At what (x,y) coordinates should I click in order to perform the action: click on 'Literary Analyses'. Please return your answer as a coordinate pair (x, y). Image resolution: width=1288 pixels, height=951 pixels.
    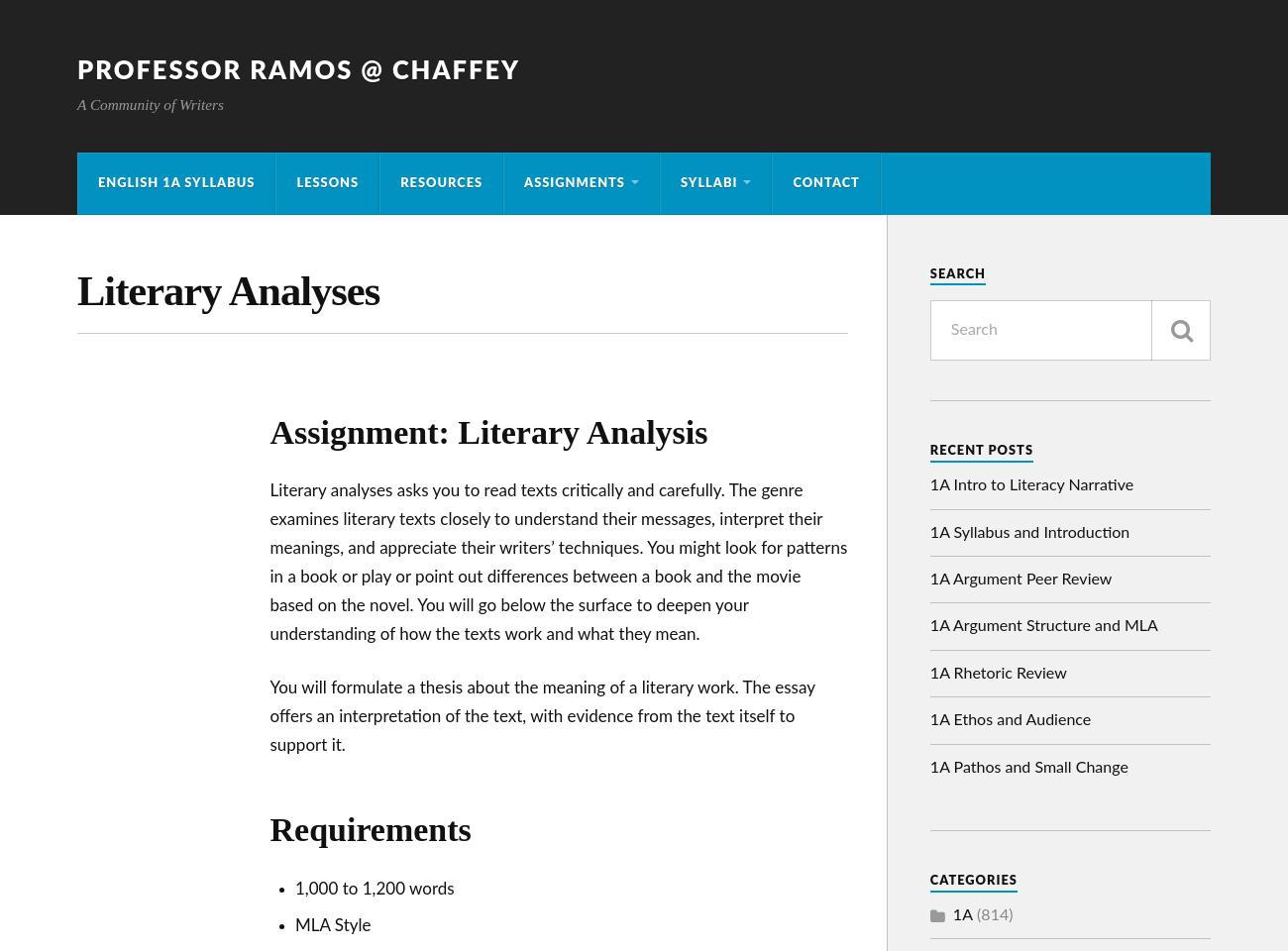
    Looking at the image, I should click on (227, 288).